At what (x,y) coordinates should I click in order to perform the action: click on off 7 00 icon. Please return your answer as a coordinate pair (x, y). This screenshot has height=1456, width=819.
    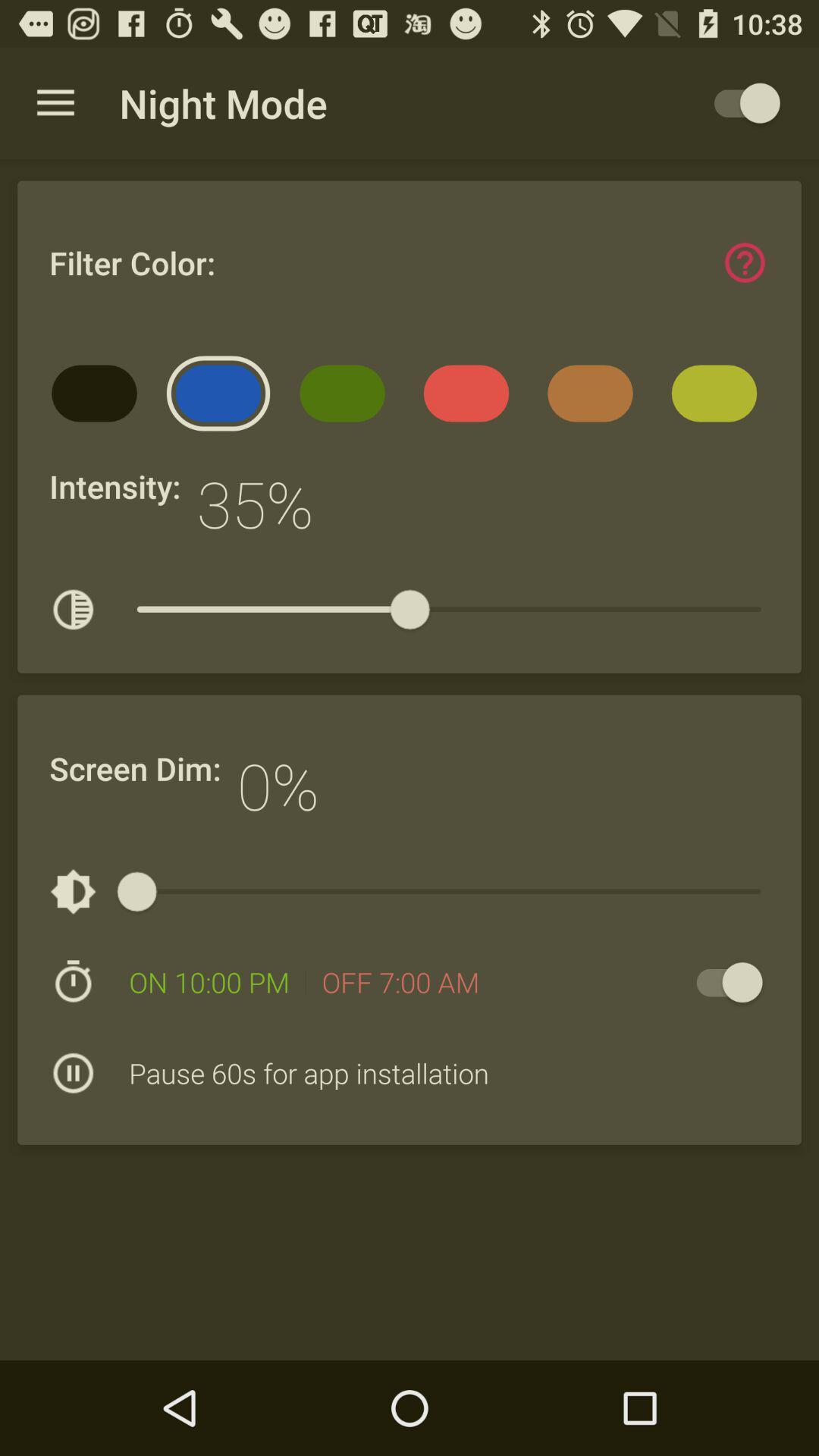
    Looking at the image, I should click on (400, 982).